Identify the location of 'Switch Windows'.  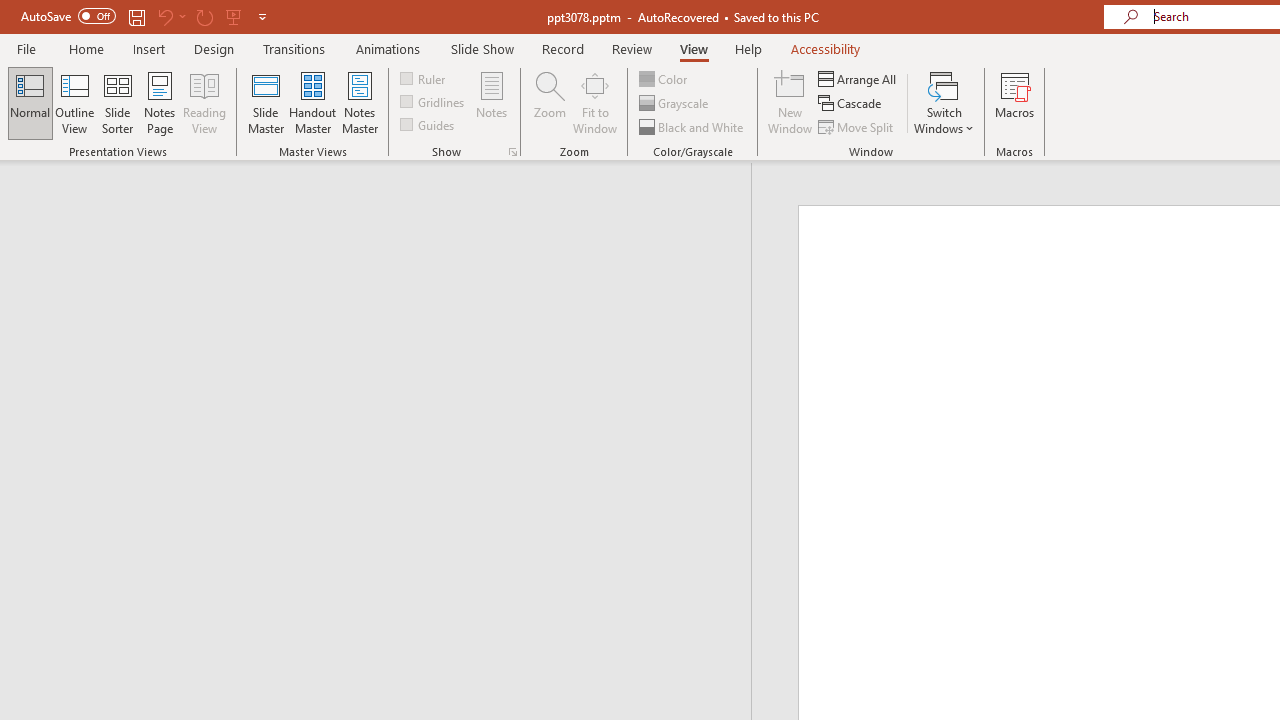
(943, 103).